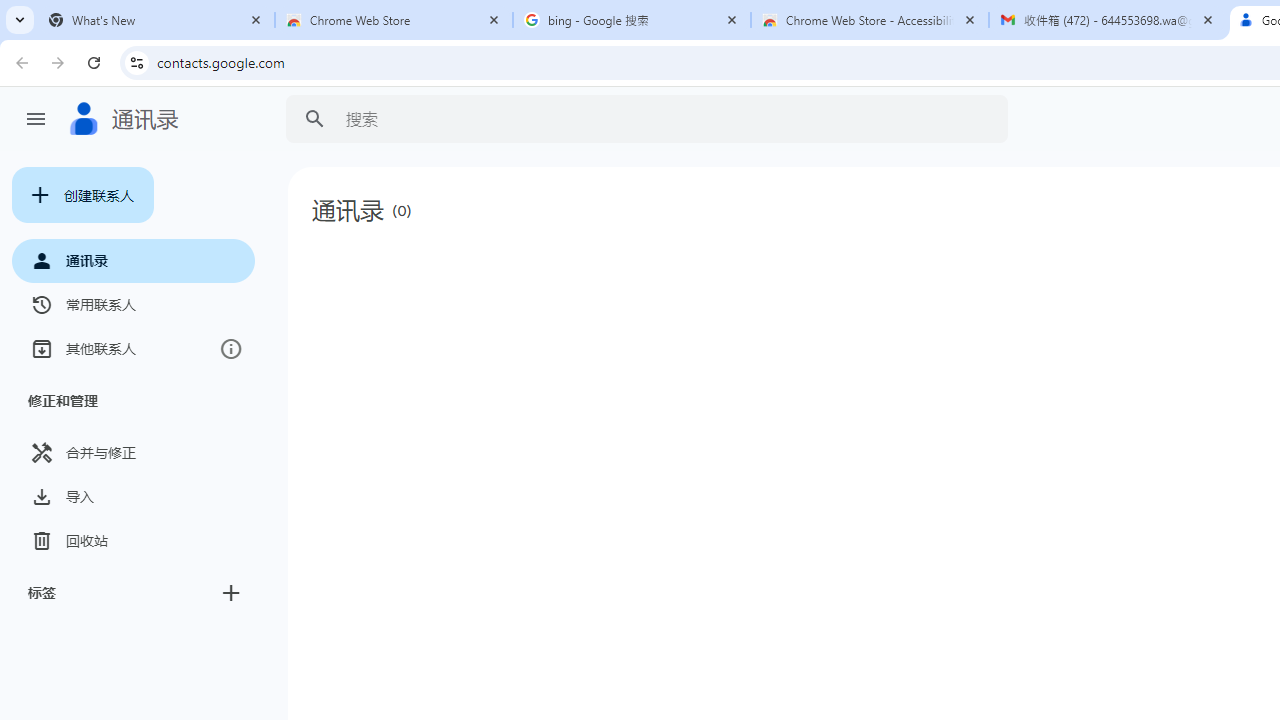 This screenshot has height=720, width=1280. I want to click on 'What', so click(155, 20).